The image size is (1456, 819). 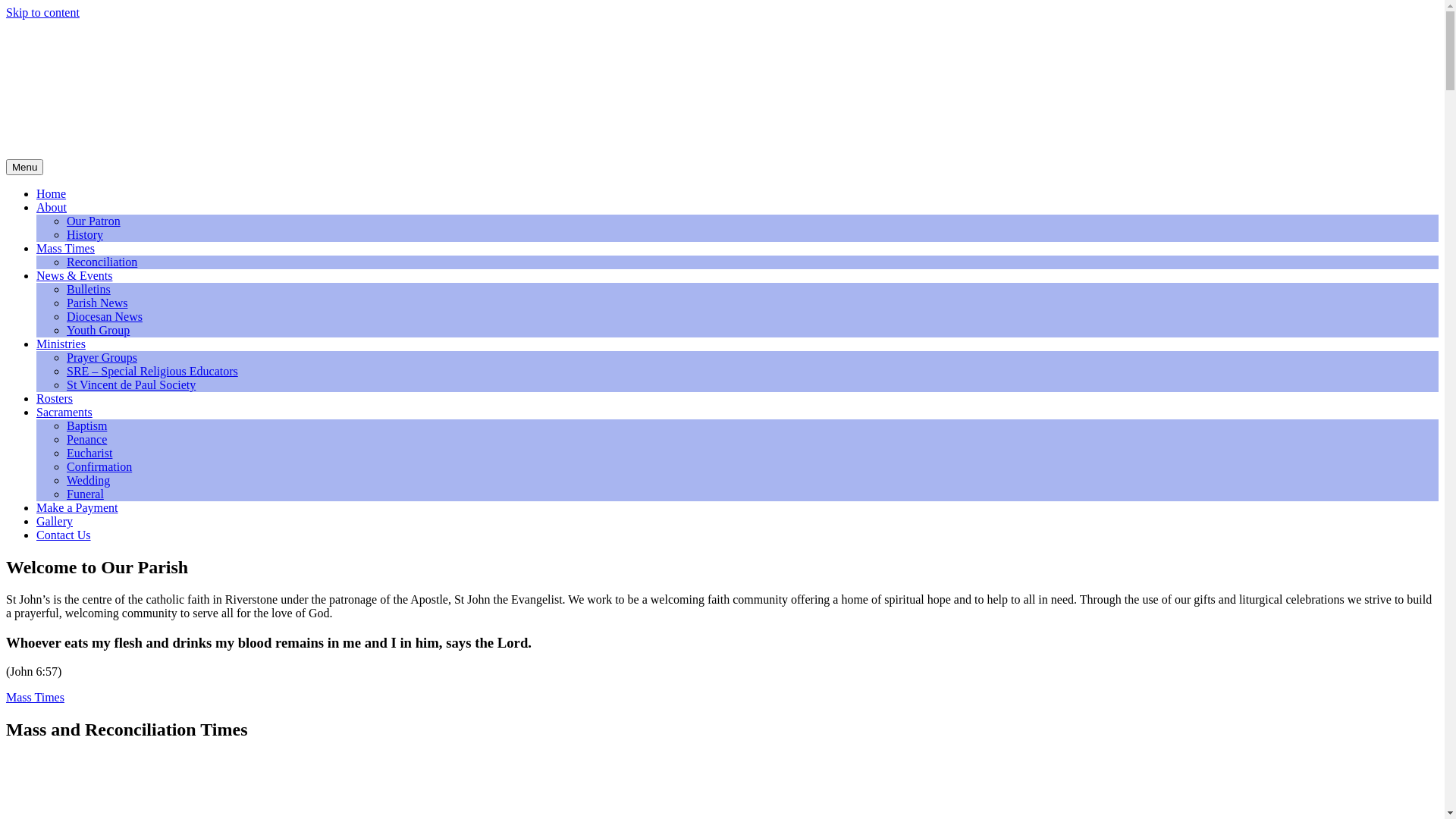 What do you see at coordinates (6, 697) in the screenshot?
I see `'Mass Times'` at bounding box center [6, 697].